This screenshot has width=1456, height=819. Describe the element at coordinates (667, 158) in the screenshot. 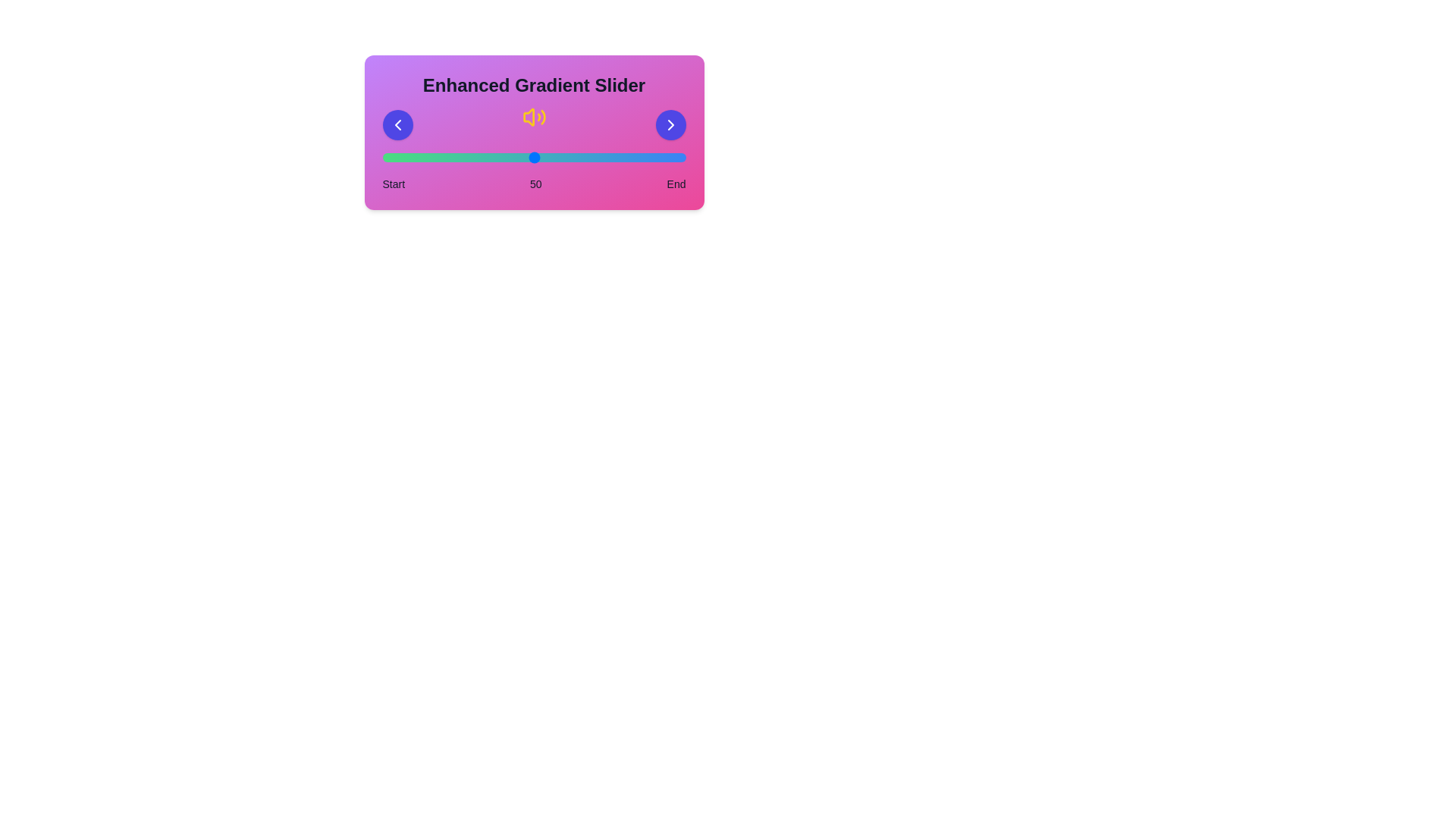

I see `the slider to set the value to 94` at that location.